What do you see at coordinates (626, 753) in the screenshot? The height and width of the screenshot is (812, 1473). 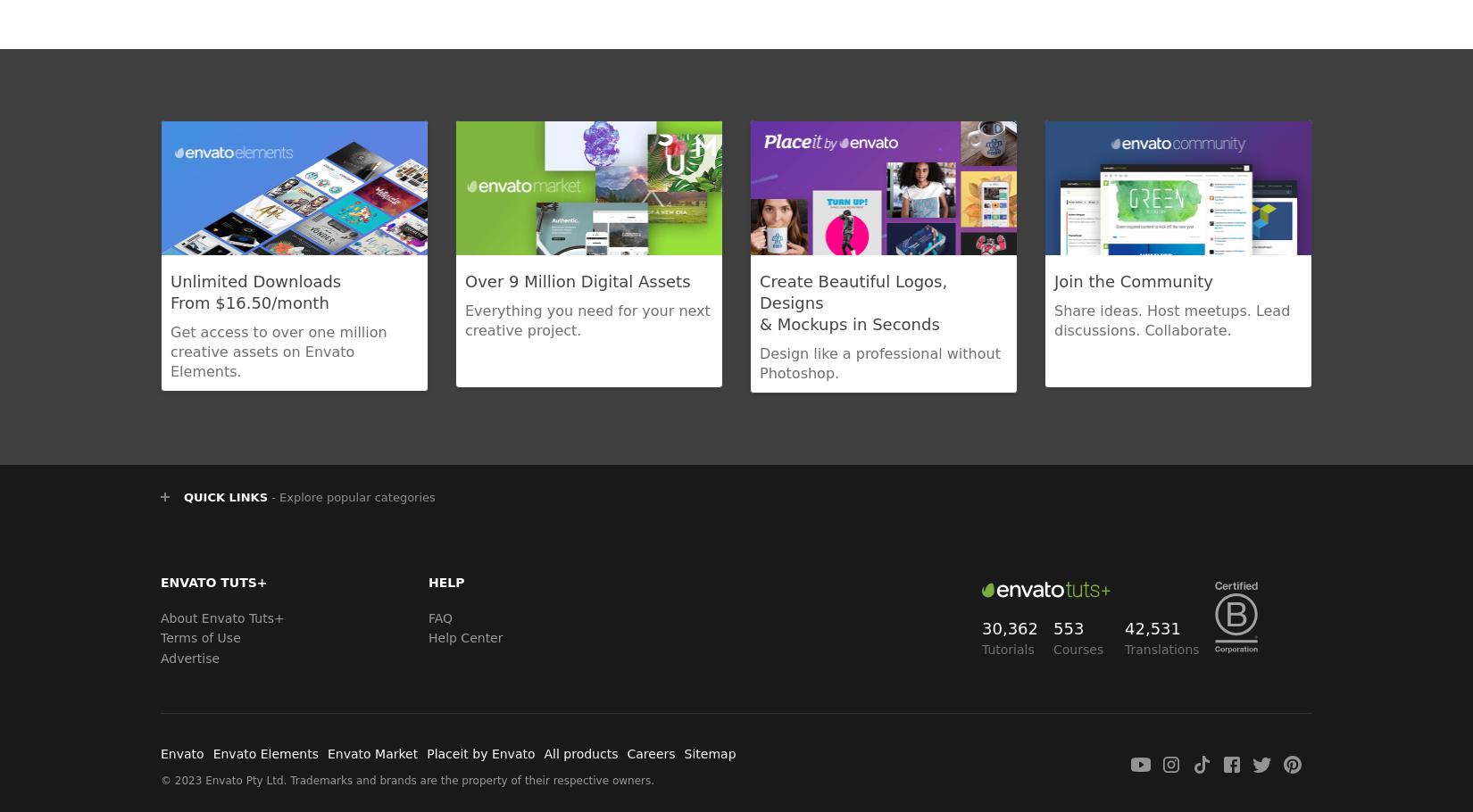 I see `'Careers'` at bounding box center [626, 753].